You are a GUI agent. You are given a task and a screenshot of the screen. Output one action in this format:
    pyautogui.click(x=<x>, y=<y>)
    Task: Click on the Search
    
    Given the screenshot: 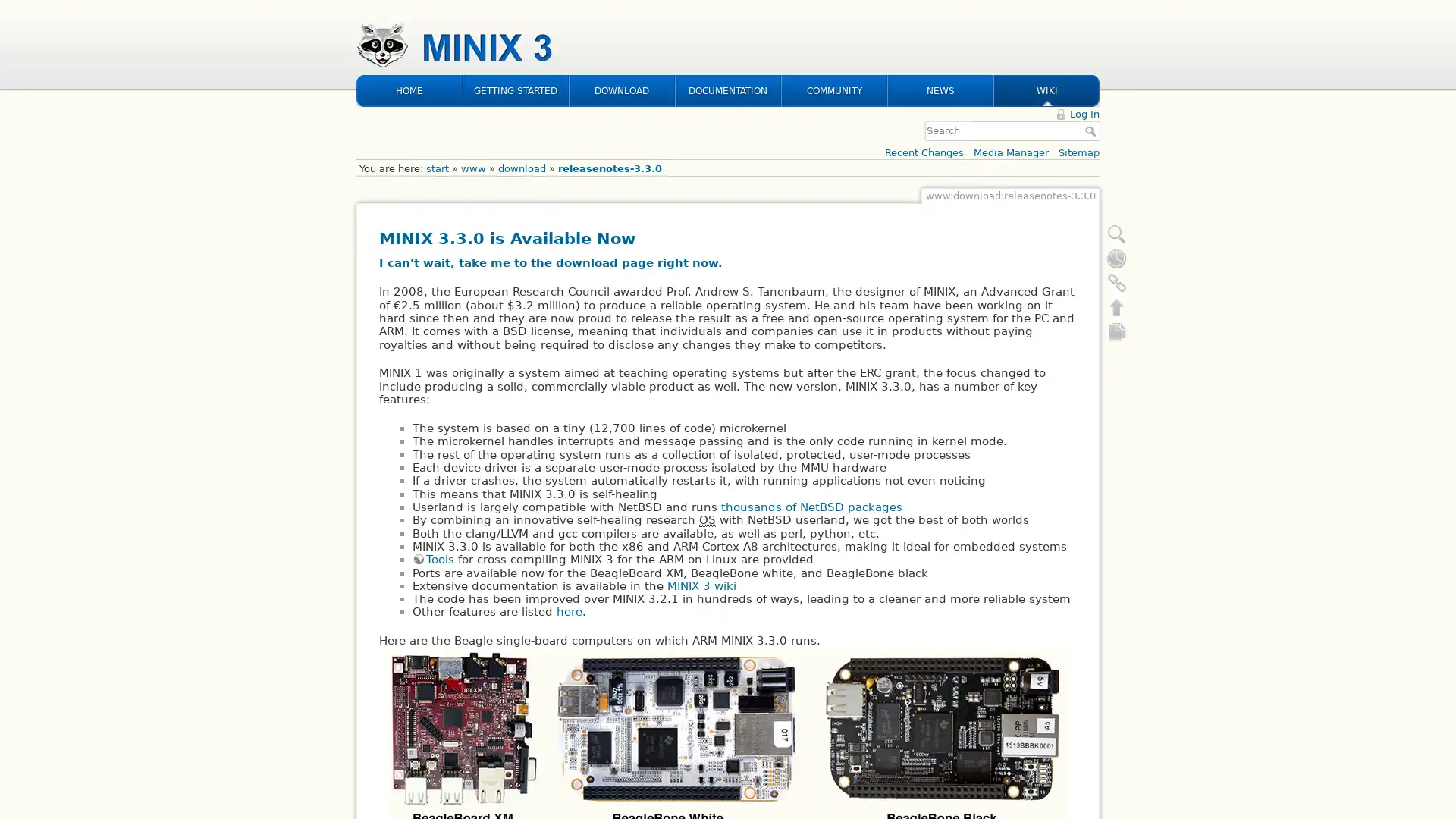 What is the action you would take?
    pyautogui.click(x=1092, y=32)
    